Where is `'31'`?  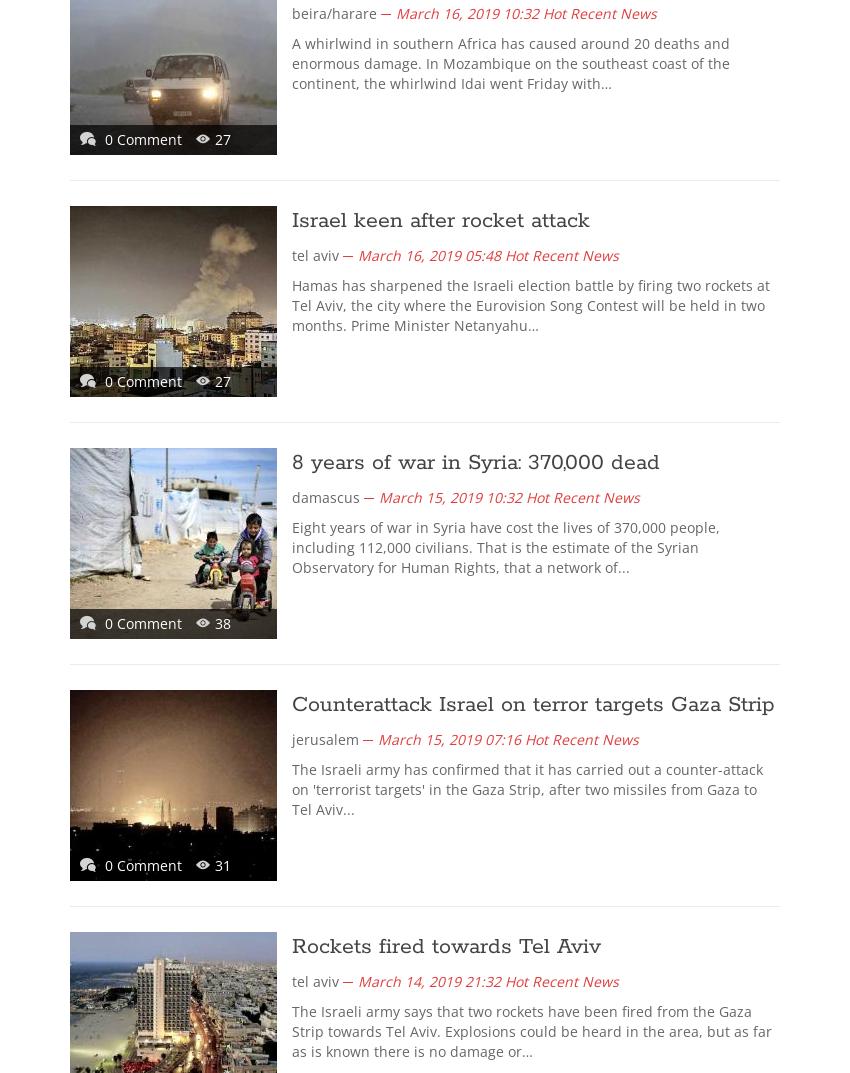 '31' is located at coordinates (214, 864).